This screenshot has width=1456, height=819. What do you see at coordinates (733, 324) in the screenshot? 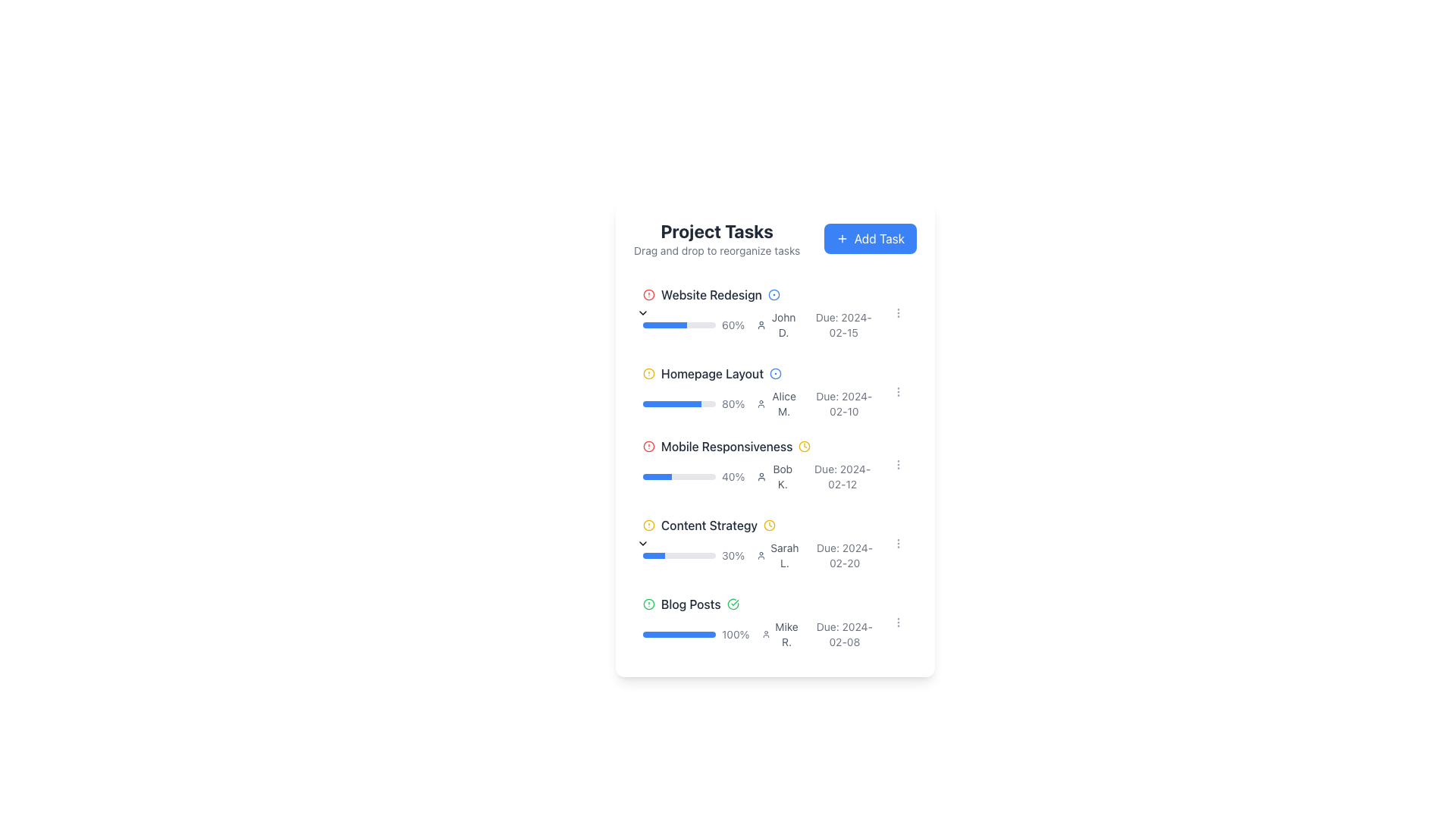
I see `the completion percentage label for the 'Website Redesign' task, which is located to the right of the progress bar in the second row of the item` at bounding box center [733, 324].